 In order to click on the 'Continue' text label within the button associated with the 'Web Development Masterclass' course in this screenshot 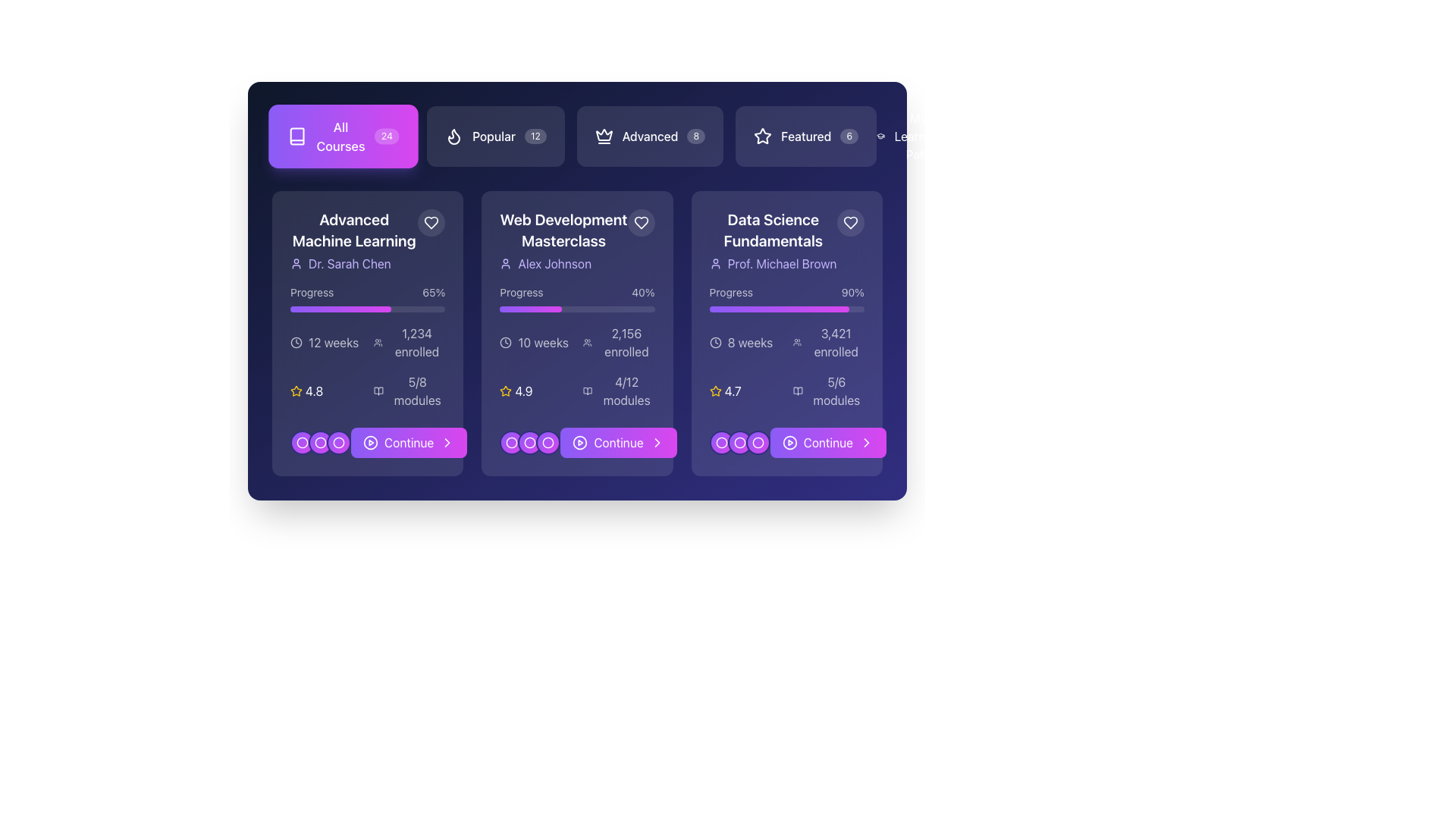, I will do `click(619, 442)`.